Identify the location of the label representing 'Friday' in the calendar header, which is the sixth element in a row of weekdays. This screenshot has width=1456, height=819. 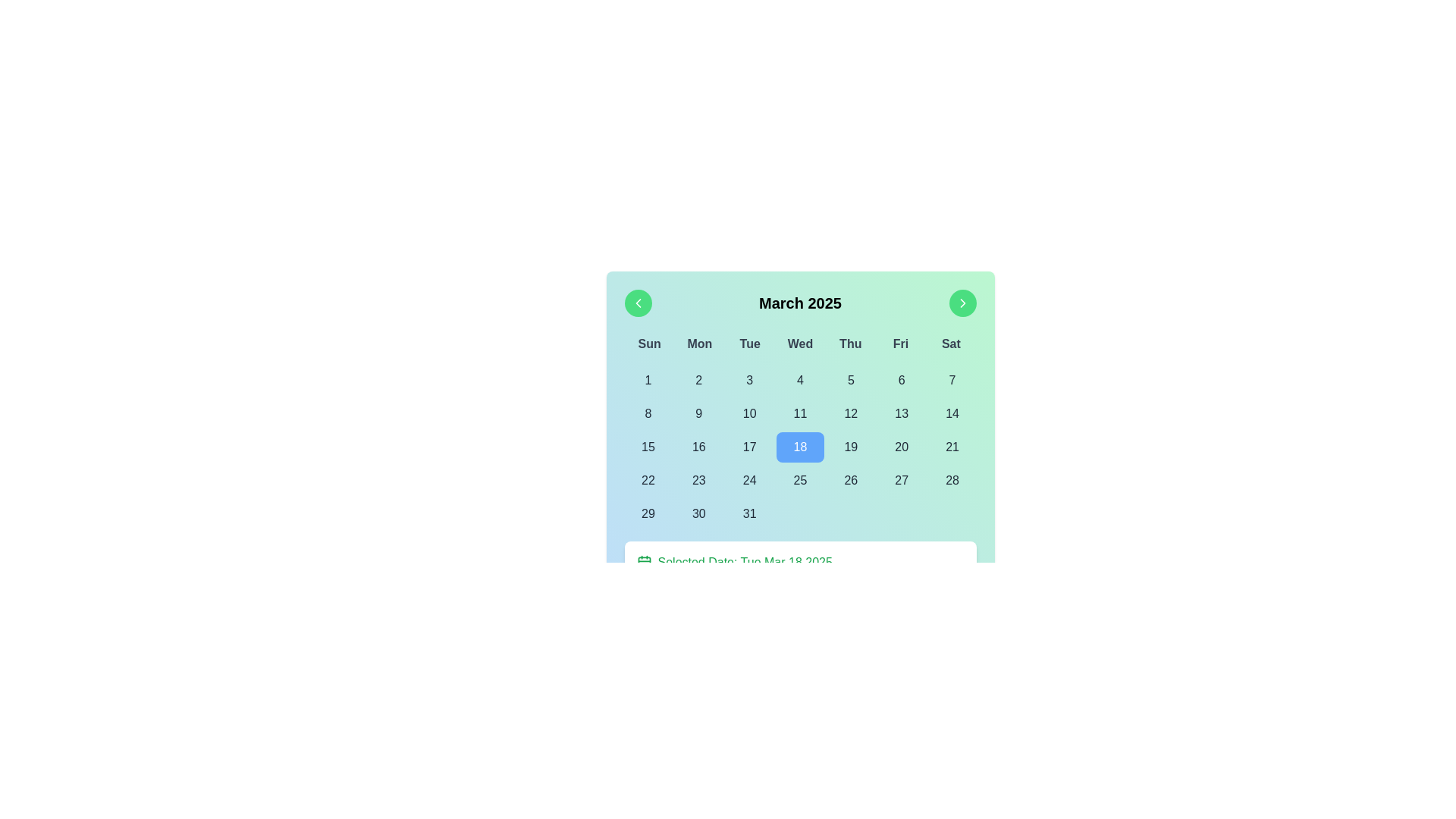
(901, 344).